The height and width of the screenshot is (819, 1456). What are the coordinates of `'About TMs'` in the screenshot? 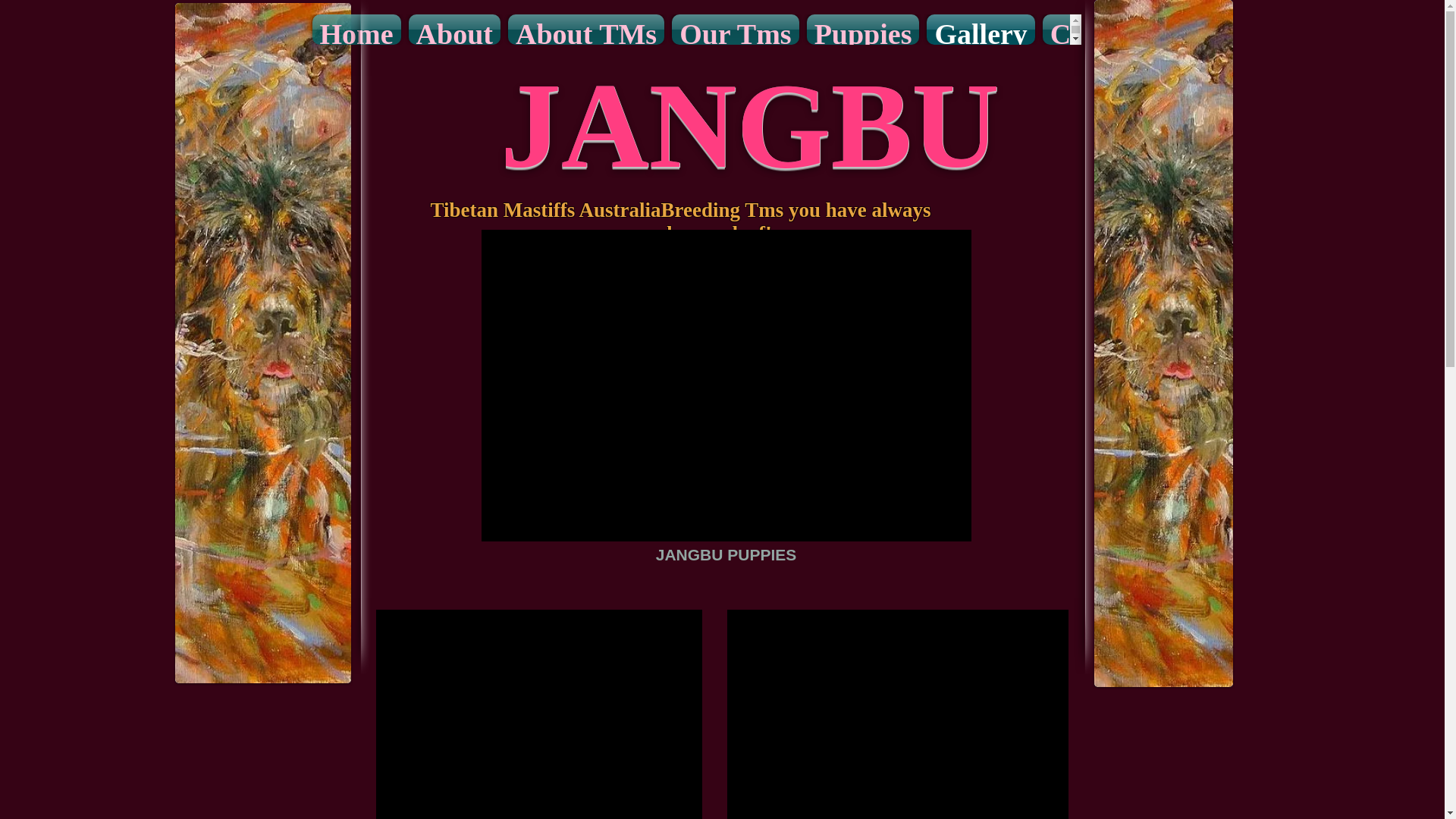 It's located at (504, 29).